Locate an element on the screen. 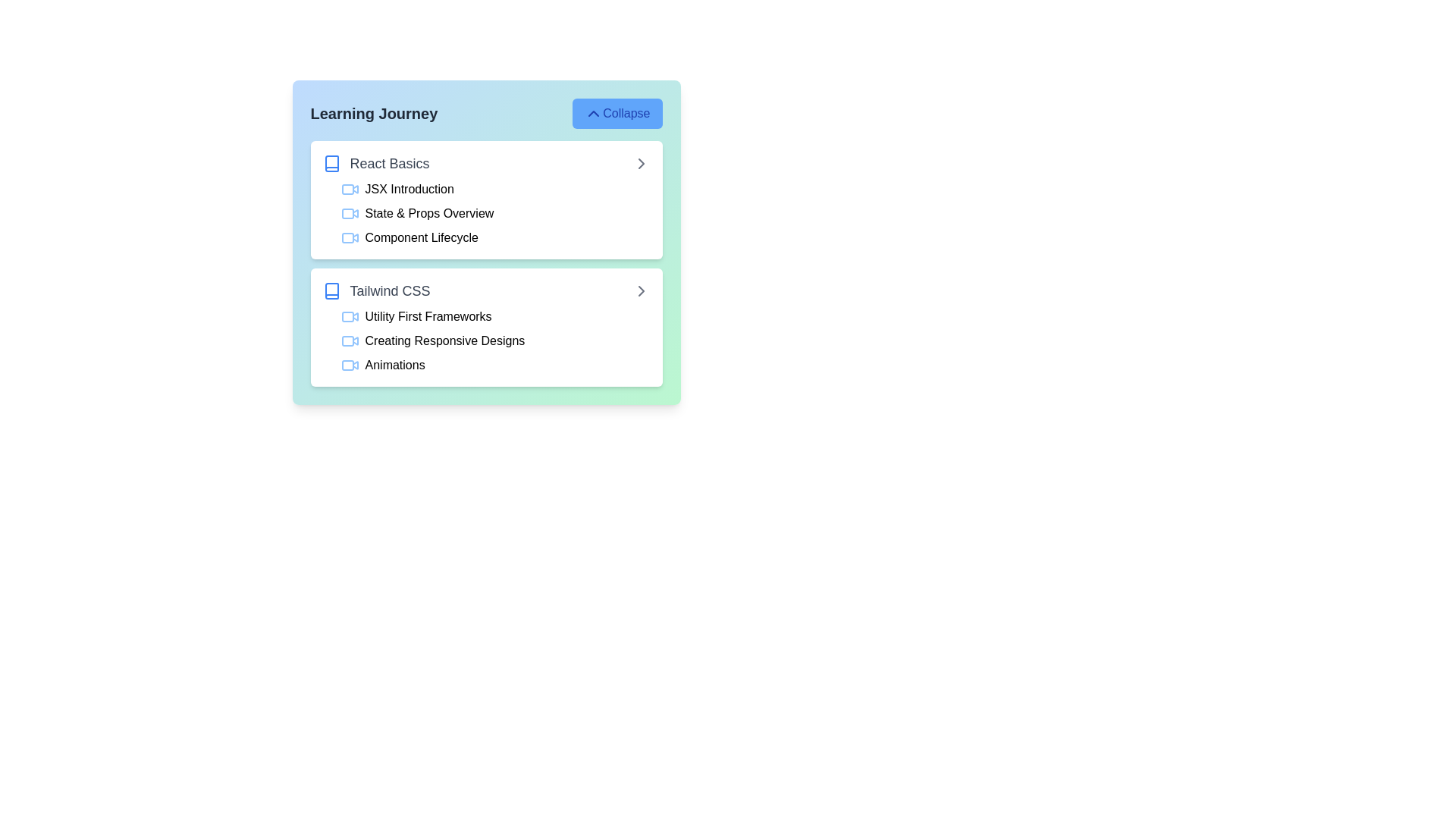 This screenshot has height=819, width=1456. 'Collapse' button to toggle the state of the component is located at coordinates (617, 113).